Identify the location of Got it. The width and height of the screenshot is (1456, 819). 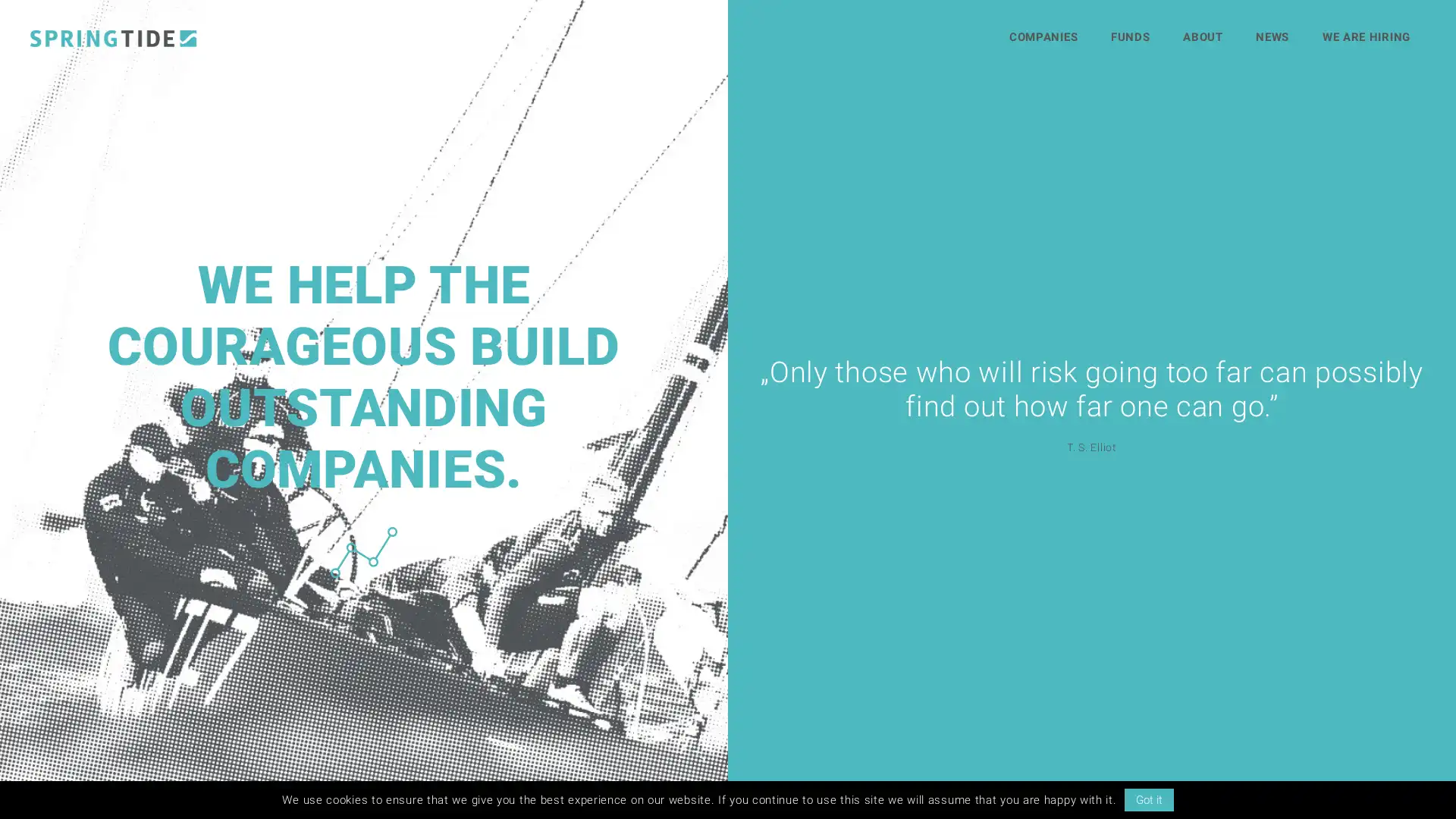
(1148, 799).